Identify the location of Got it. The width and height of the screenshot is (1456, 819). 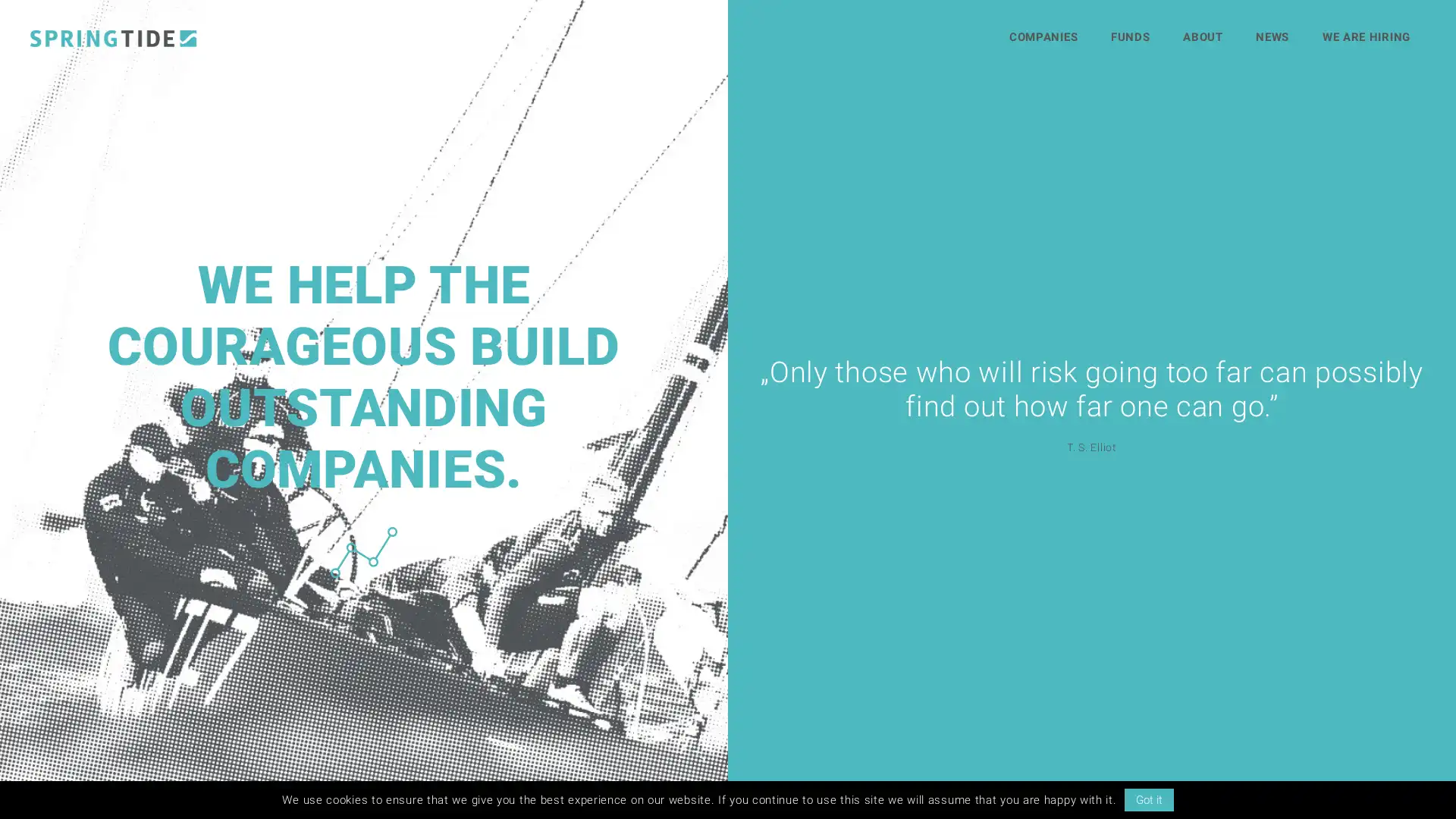
(1148, 799).